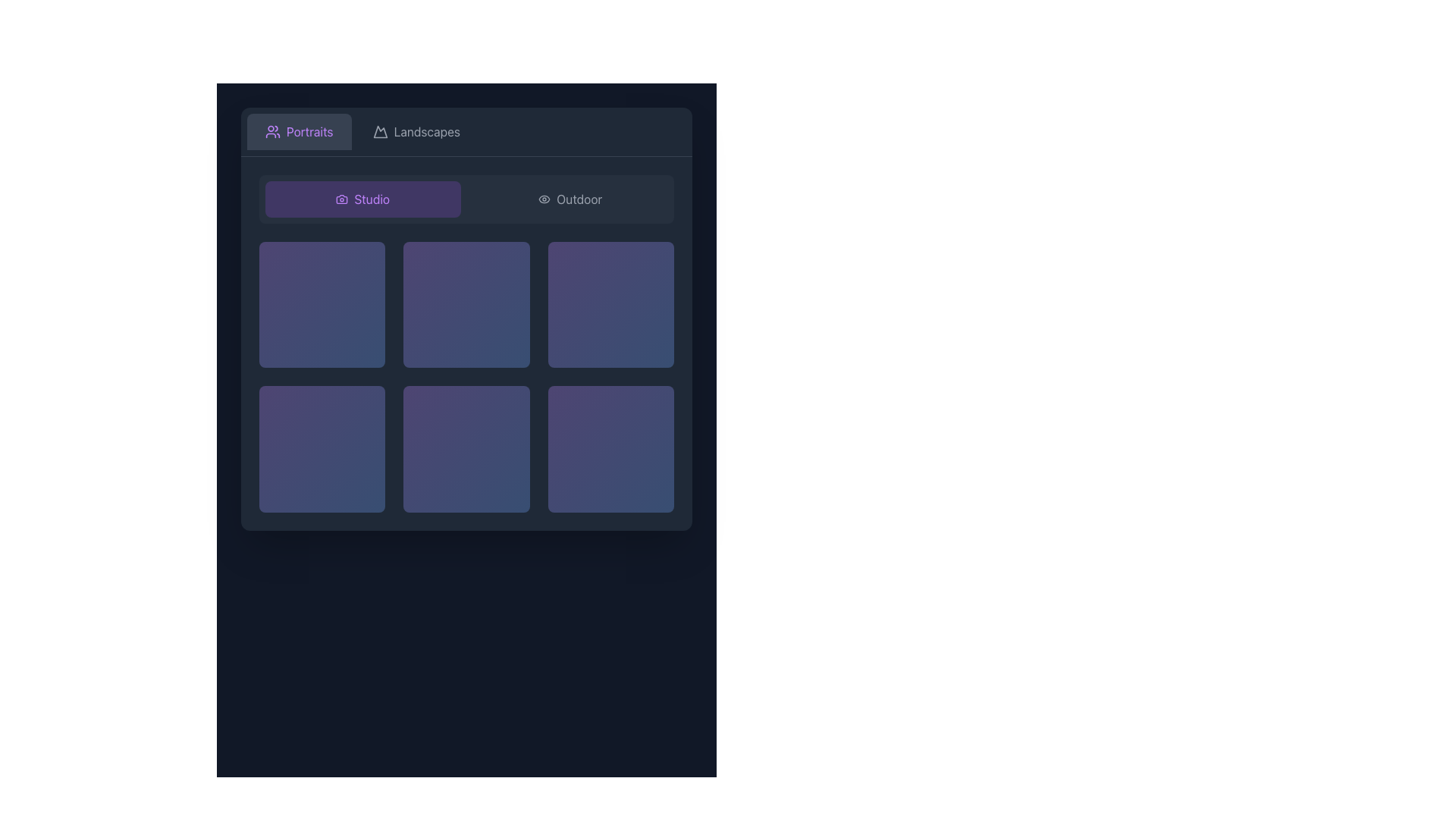  What do you see at coordinates (380, 130) in the screenshot?
I see `the 'Landscapes' icon in the navigation bar` at bounding box center [380, 130].